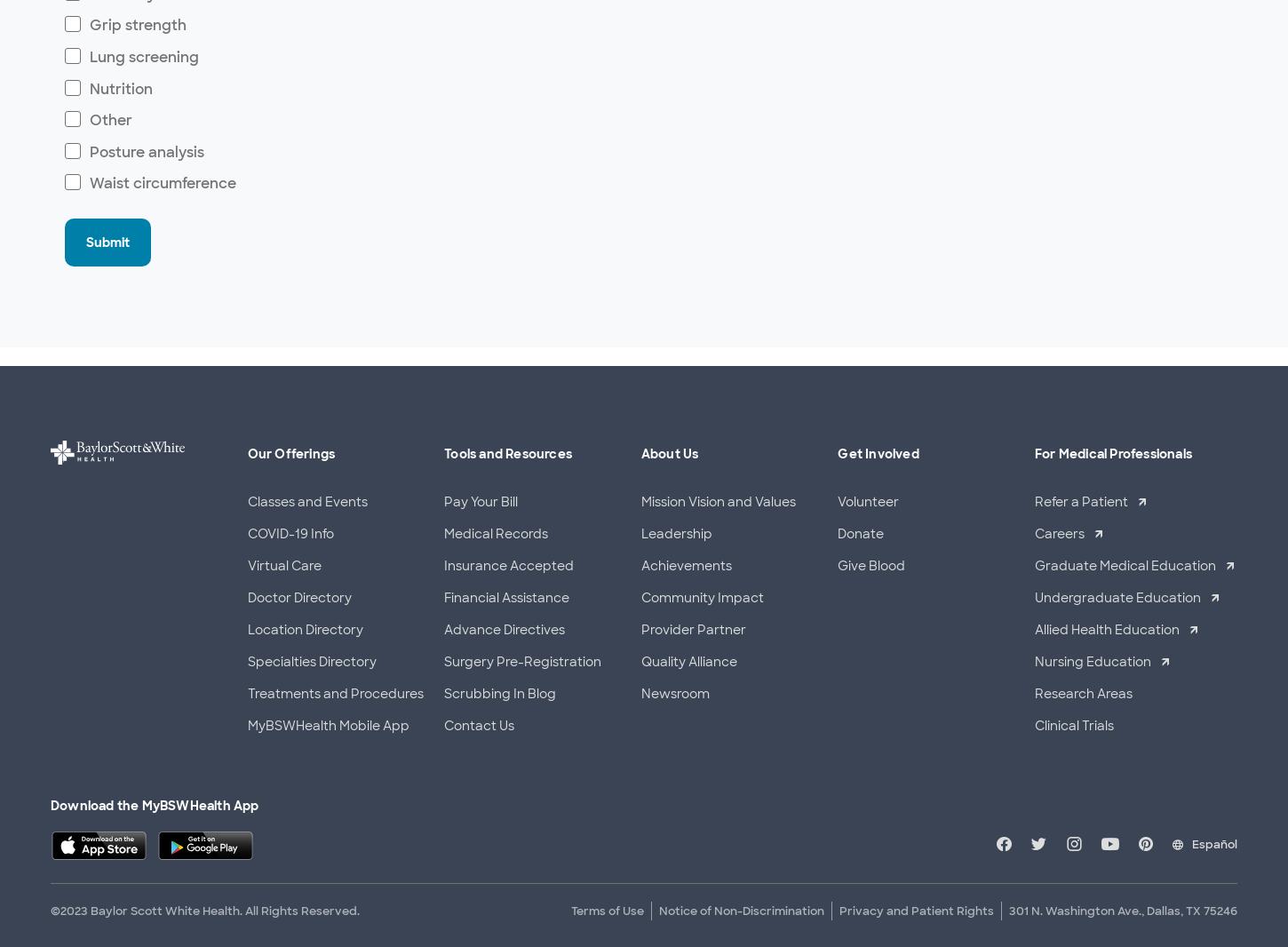  I want to click on 'Nutrition', so click(120, 87).